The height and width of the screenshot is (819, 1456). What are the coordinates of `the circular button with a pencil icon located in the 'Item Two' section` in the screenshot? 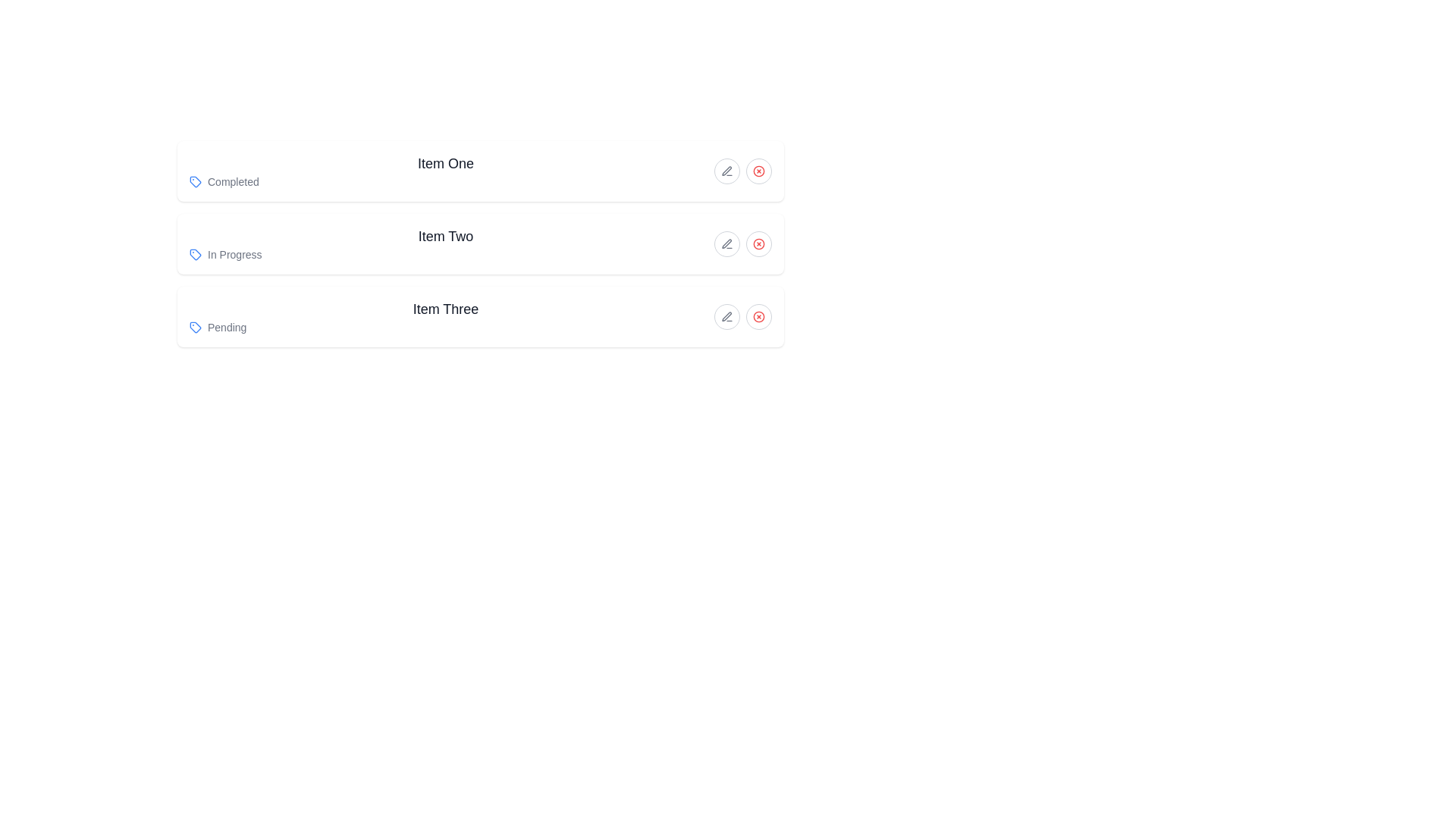 It's located at (742, 243).